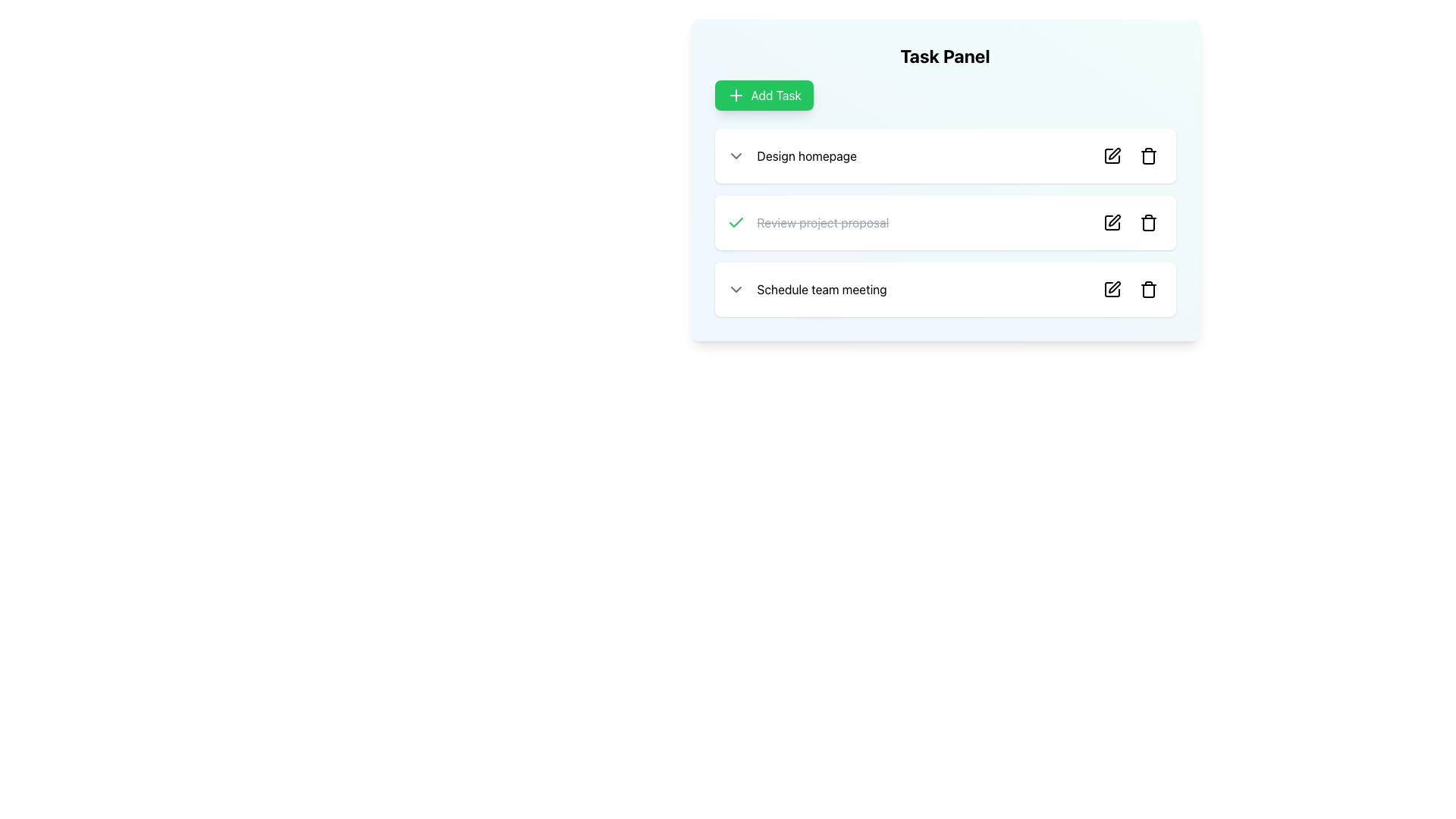  I want to click on the downward-pointing gray chevron icon located in the last task row labeled 'Schedule team meeting', so click(736, 289).